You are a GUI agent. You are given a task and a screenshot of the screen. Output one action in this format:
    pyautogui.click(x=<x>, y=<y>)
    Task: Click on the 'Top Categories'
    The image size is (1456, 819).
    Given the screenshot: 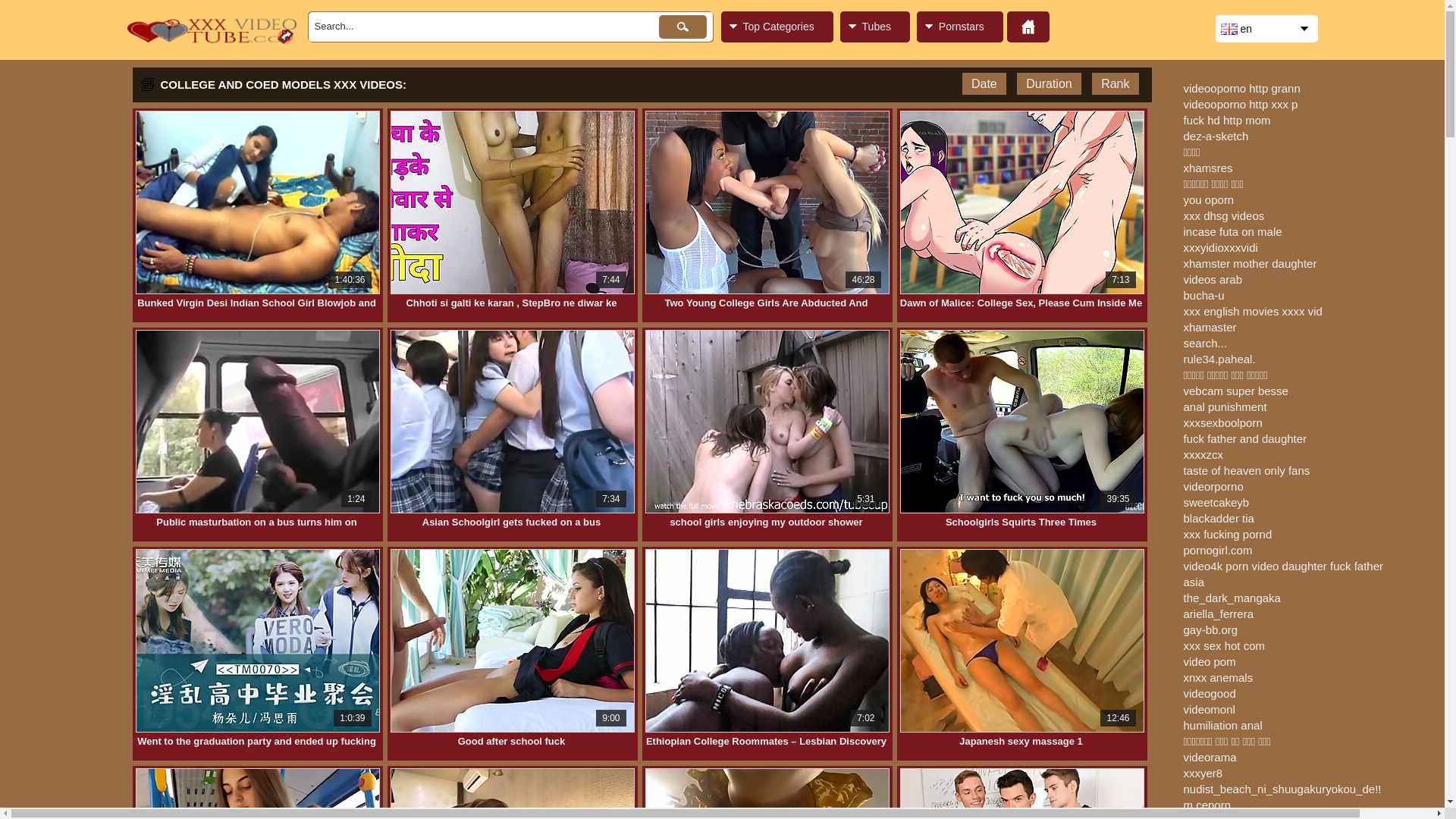 What is the action you would take?
    pyautogui.click(x=776, y=27)
    